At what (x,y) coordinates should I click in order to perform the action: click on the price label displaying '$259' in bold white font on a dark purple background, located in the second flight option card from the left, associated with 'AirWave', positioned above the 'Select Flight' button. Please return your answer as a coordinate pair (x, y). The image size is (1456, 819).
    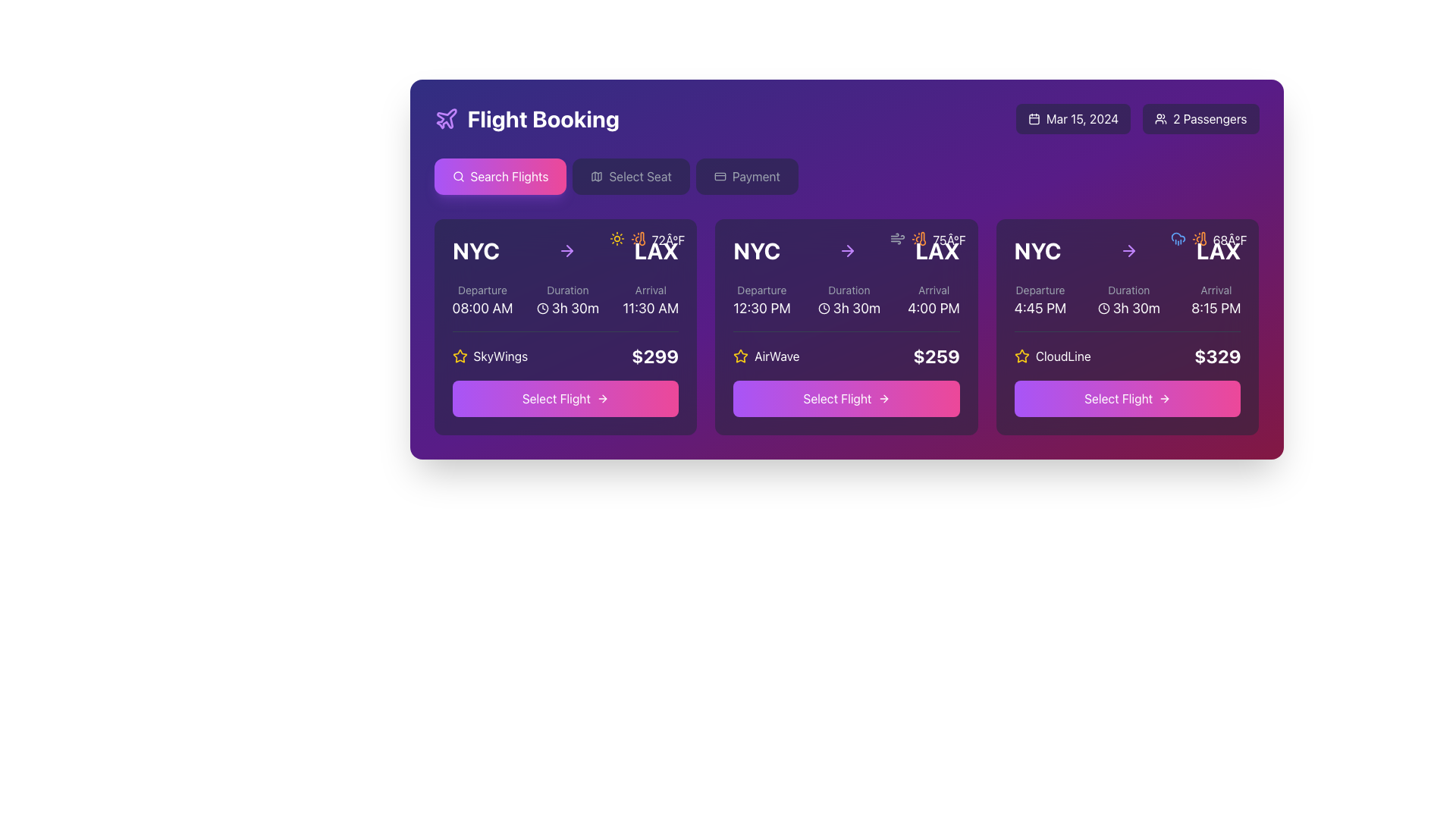
    Looking at the image, I should click on (936, 356).